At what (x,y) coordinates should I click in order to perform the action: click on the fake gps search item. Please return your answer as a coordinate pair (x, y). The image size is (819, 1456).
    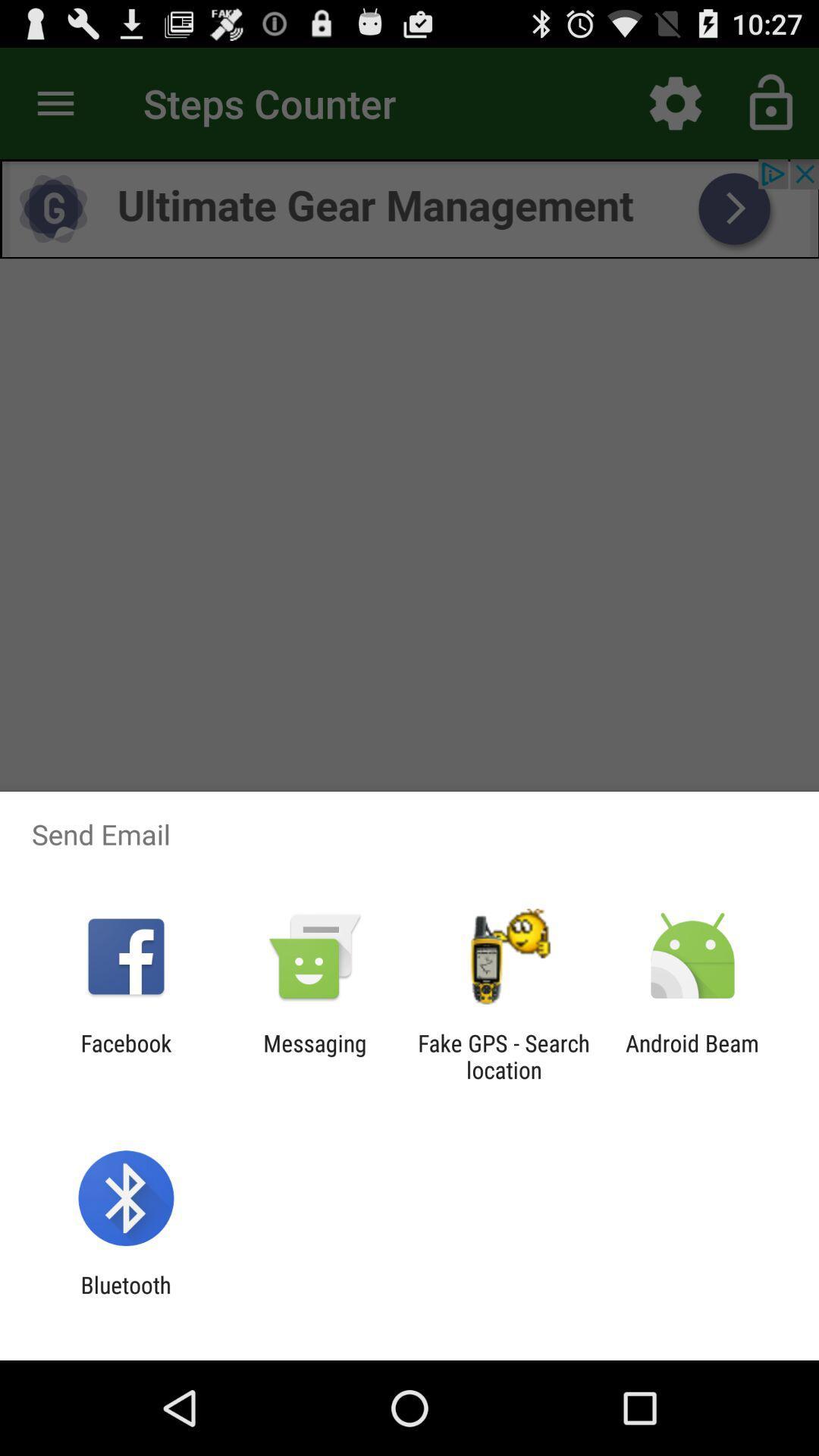
    Looking at the image, I should click on (504, 1056).